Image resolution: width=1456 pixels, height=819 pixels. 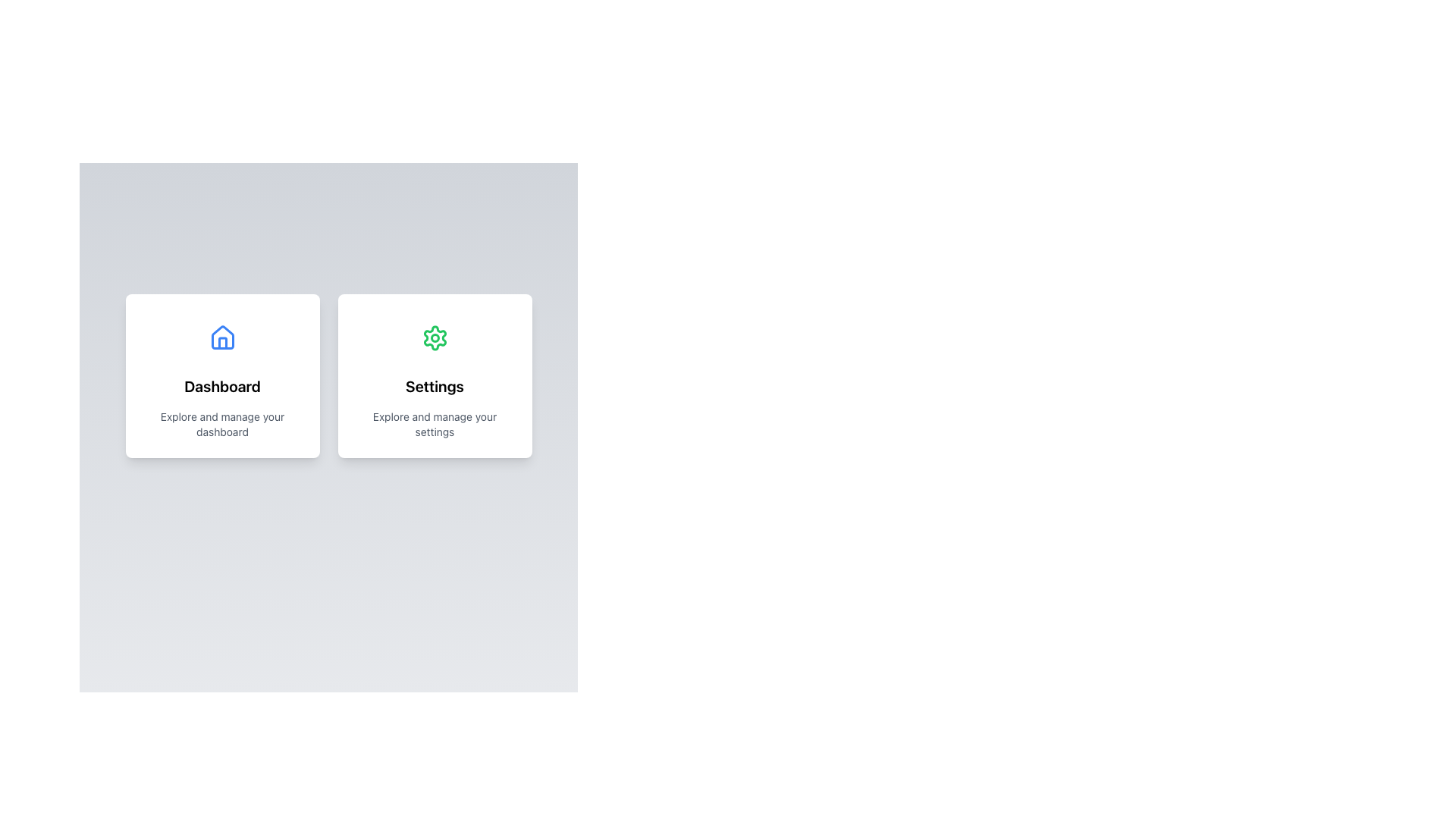 What do you see at coordinates (434, 337) in the screenshot?
I see `the 'Settings' graphical icon, which resembles a cogwheel and is located above the 'Settings' label in the 'Settings' card` at bounding box center [434, 337].